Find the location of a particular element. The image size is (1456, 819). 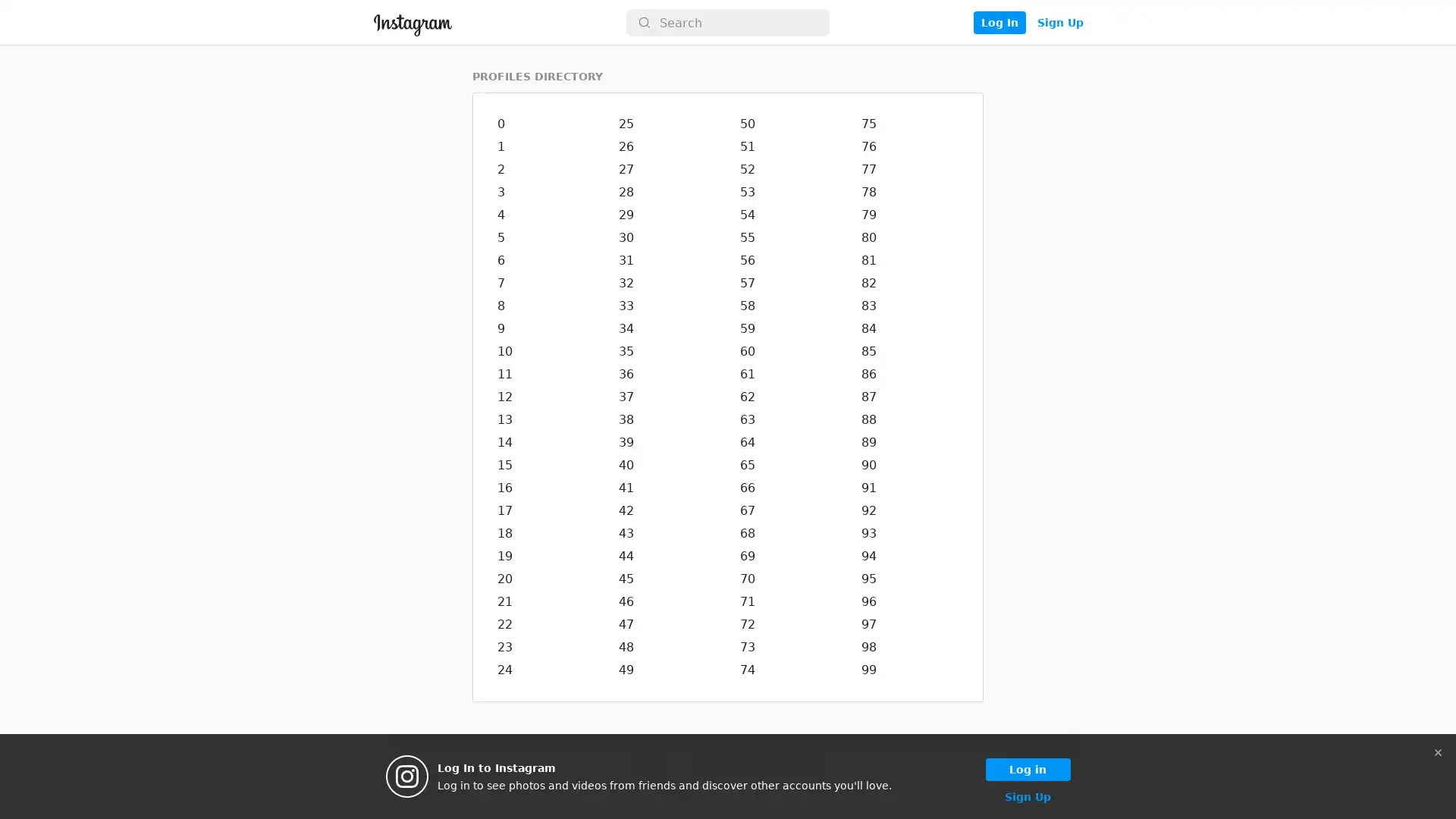

Log In is located at coordinates (999, 23).